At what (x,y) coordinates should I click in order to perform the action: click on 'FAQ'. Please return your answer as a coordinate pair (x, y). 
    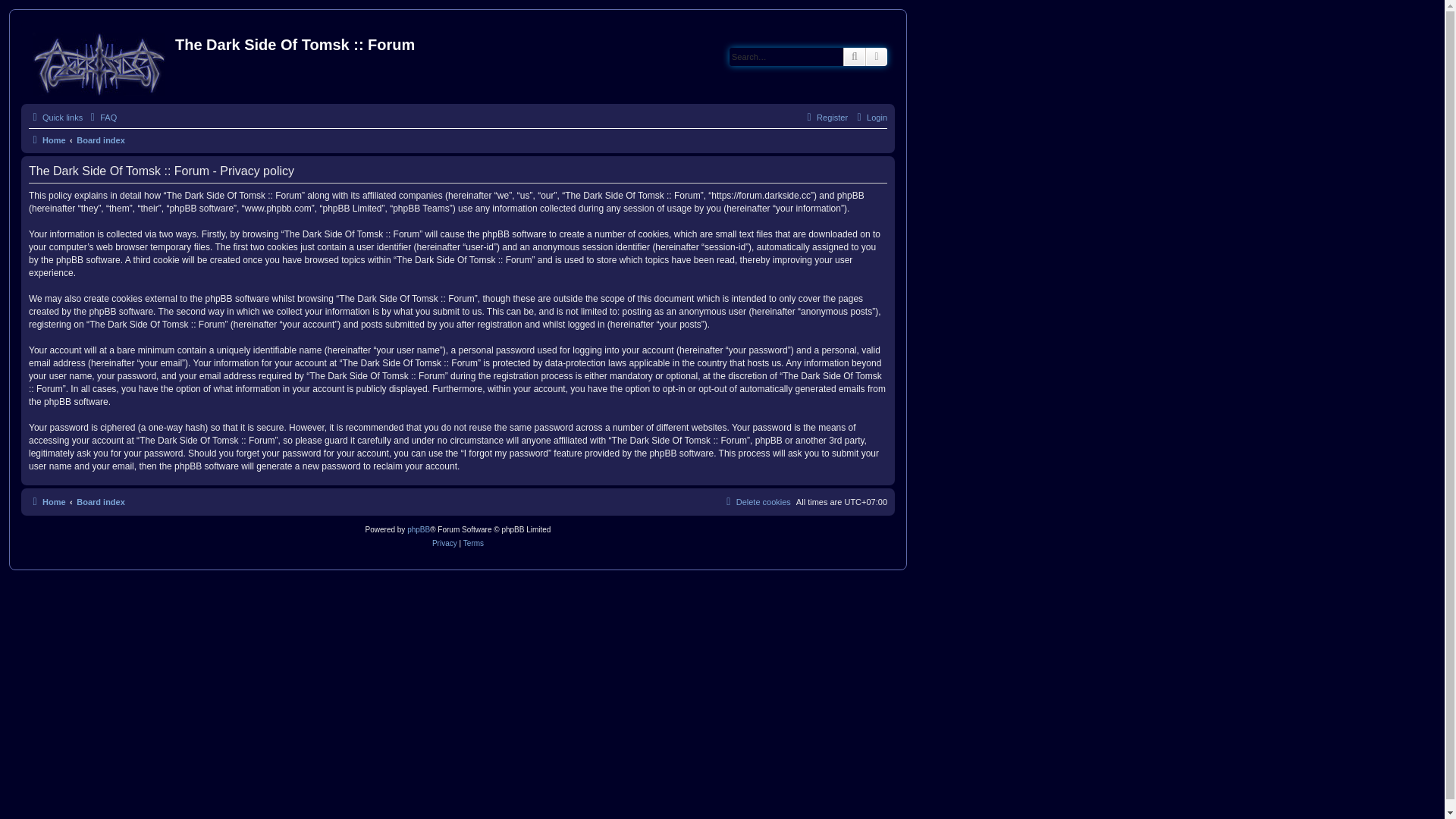
    Looking at the image, I should click on (101, 116).